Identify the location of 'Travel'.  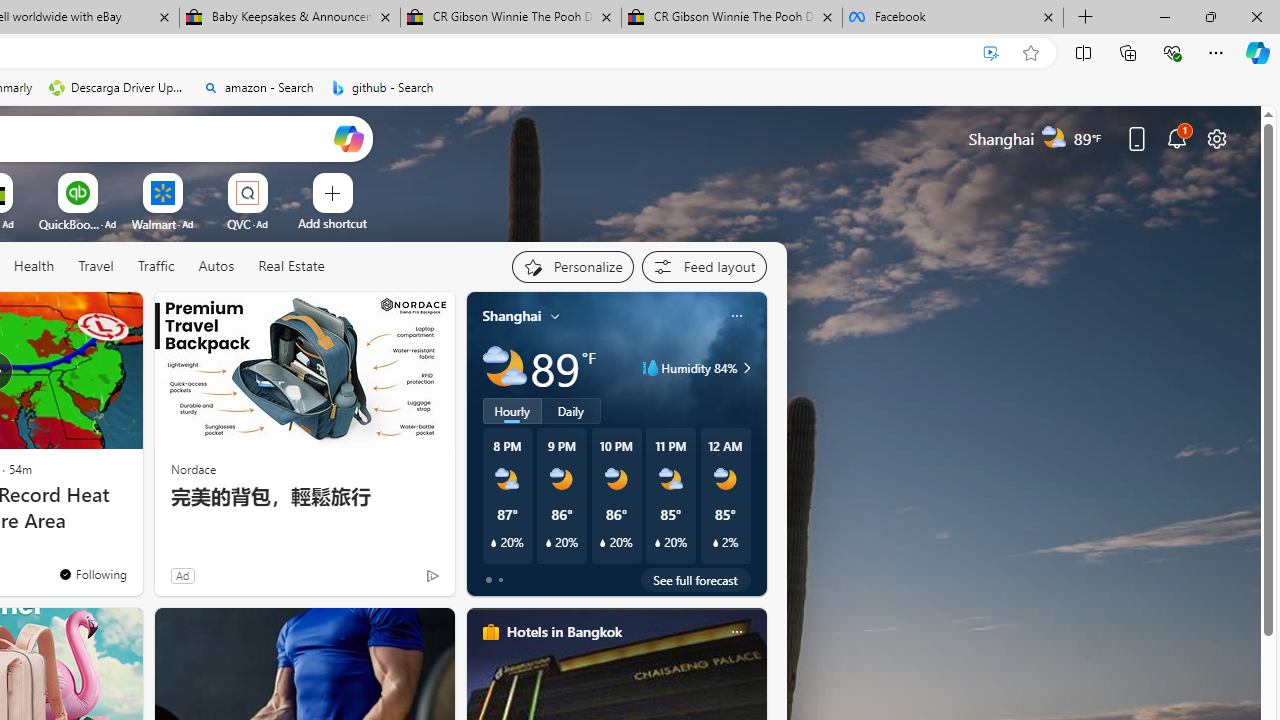
(95, 265).